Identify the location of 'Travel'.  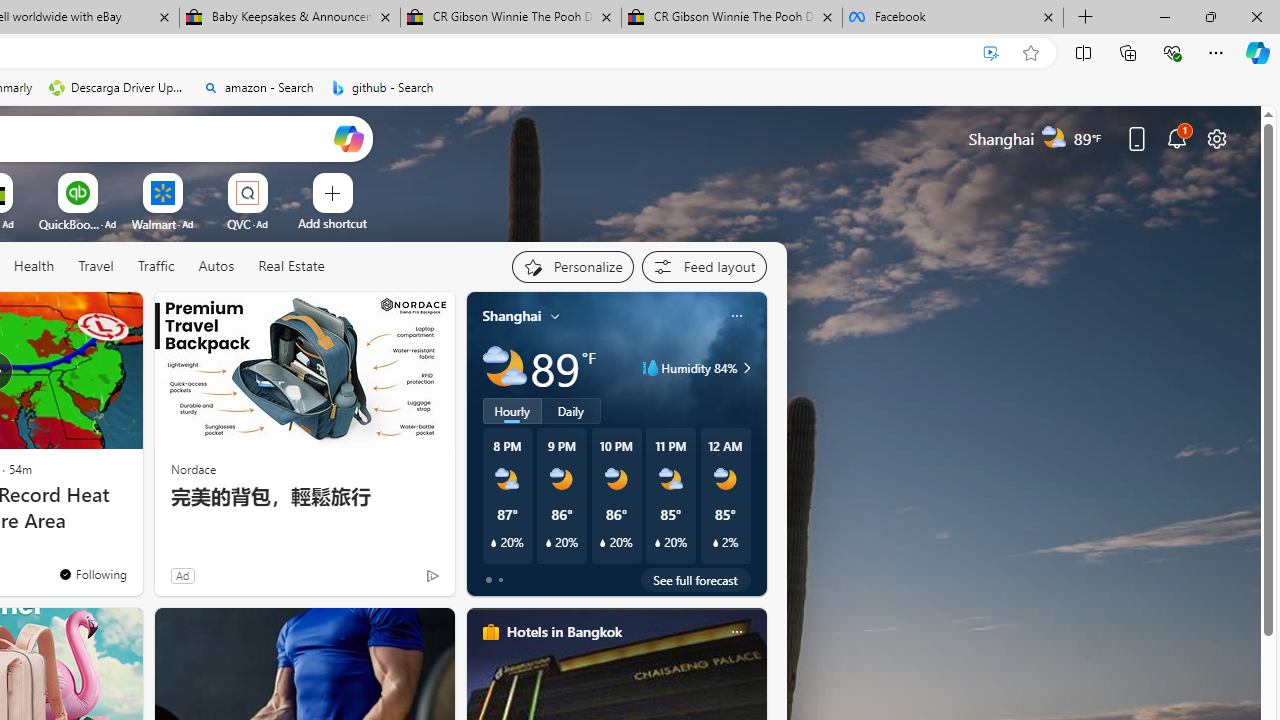
(95, 265).